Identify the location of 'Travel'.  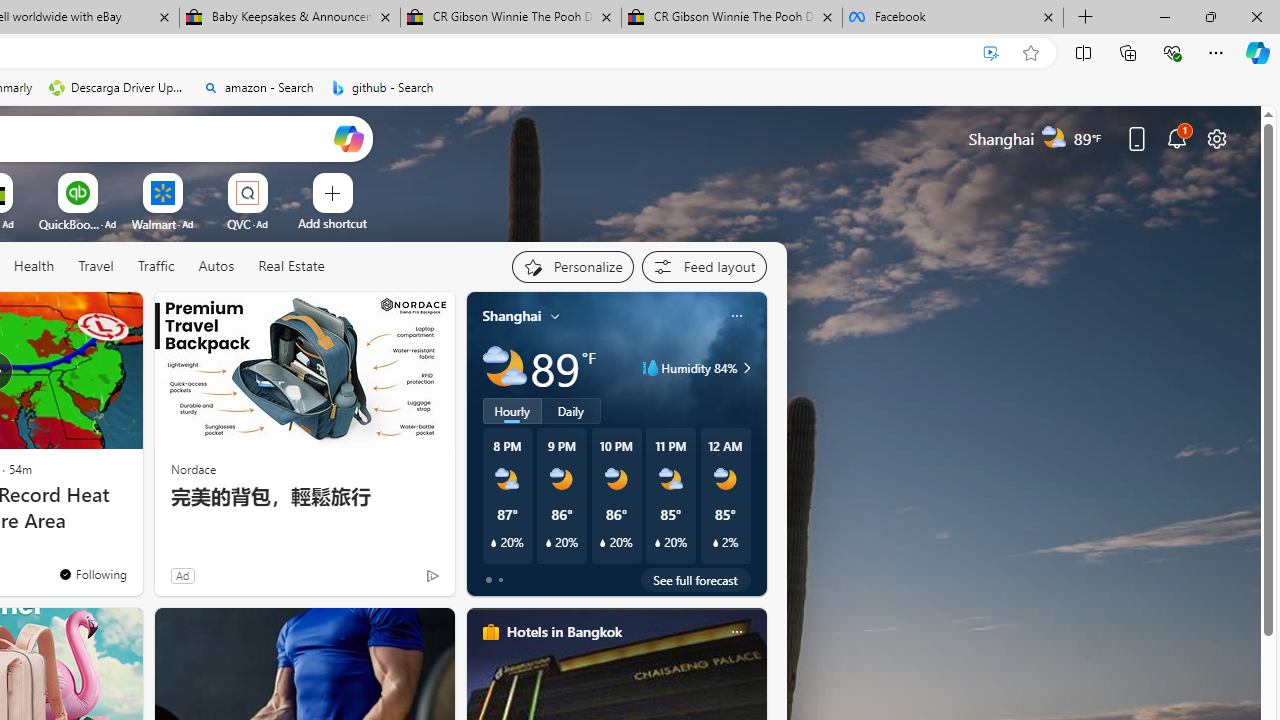
(95, 265).